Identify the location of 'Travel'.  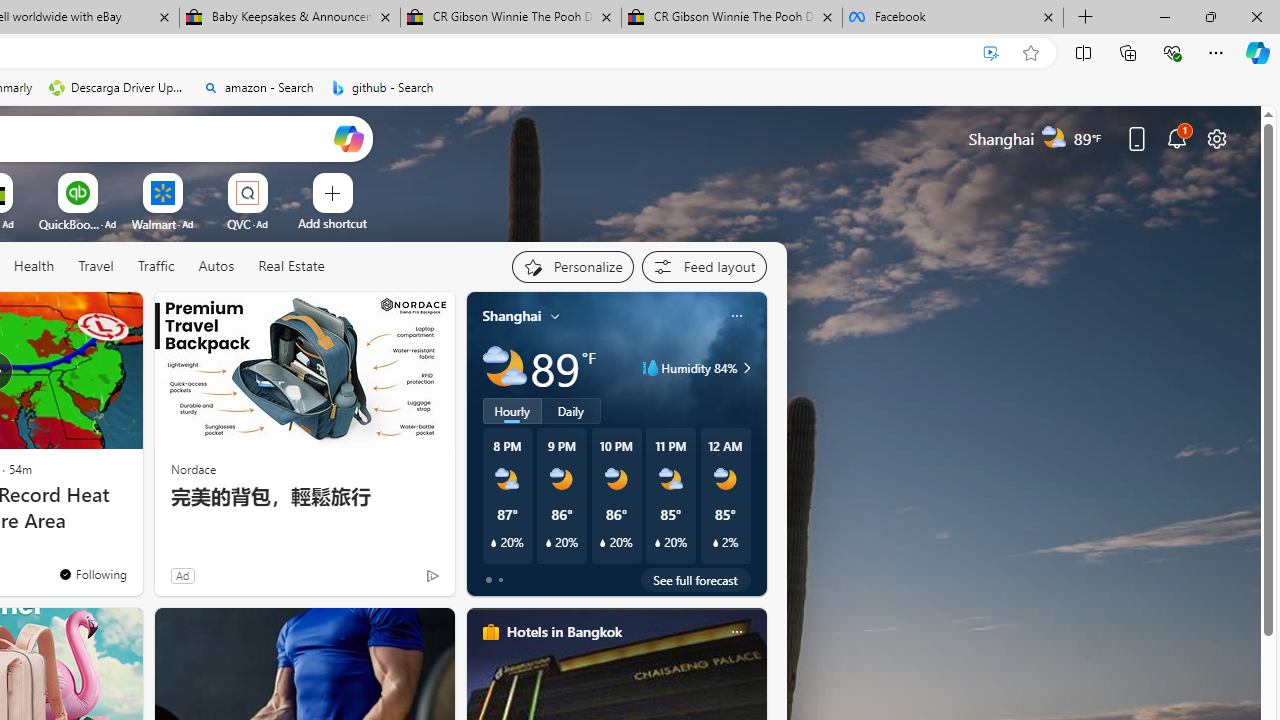
(95, 265).